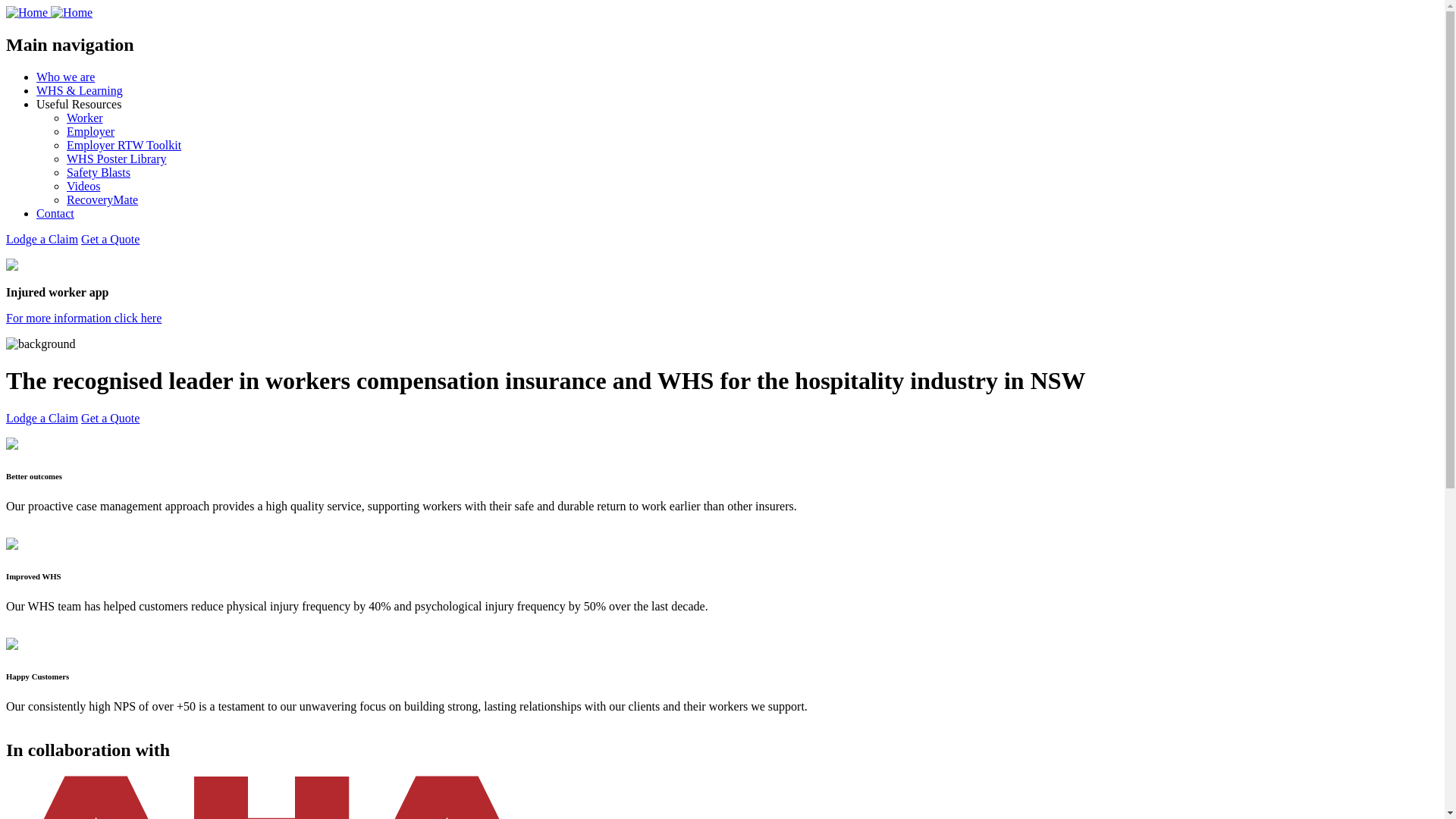 Image resolution: width=1456 pixels, height=819 pixels. What do you see at coordinates (49, 12) in the screenshot?
I see `'Home'` at bounding box center [49, 12].